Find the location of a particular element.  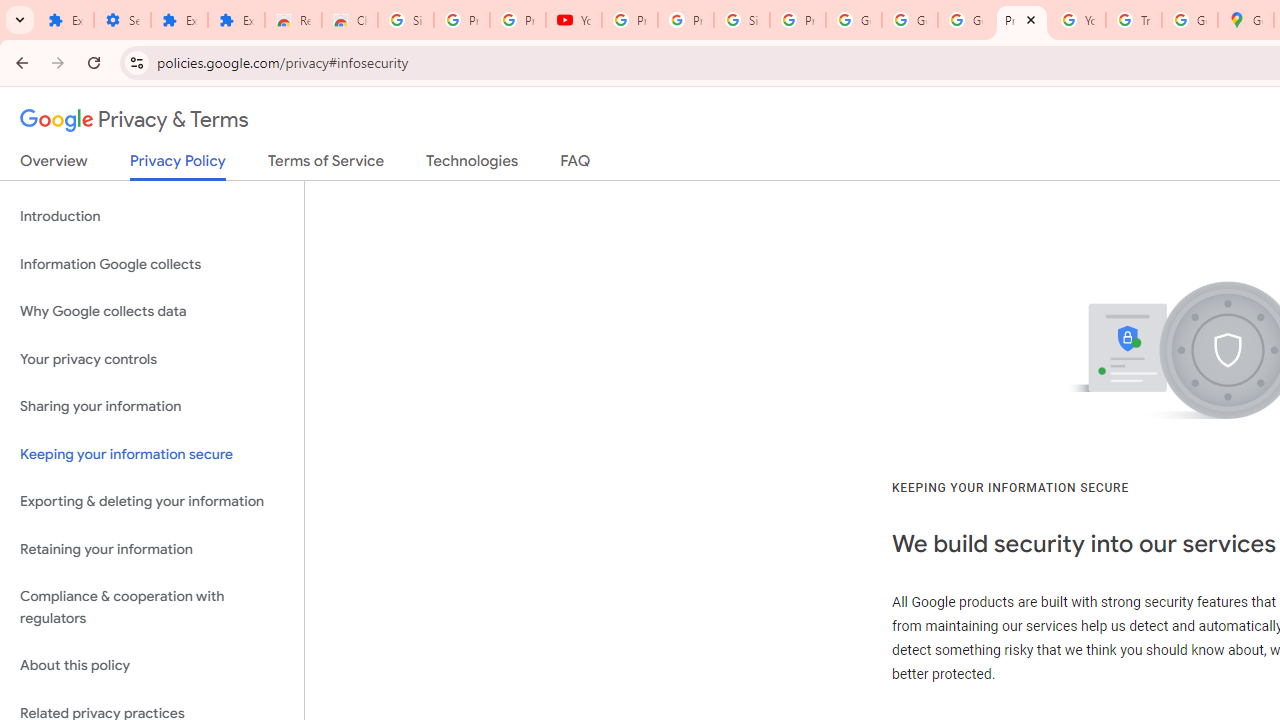

'Compliance & cooperation with regulators' is located at coordinates (151, 607).